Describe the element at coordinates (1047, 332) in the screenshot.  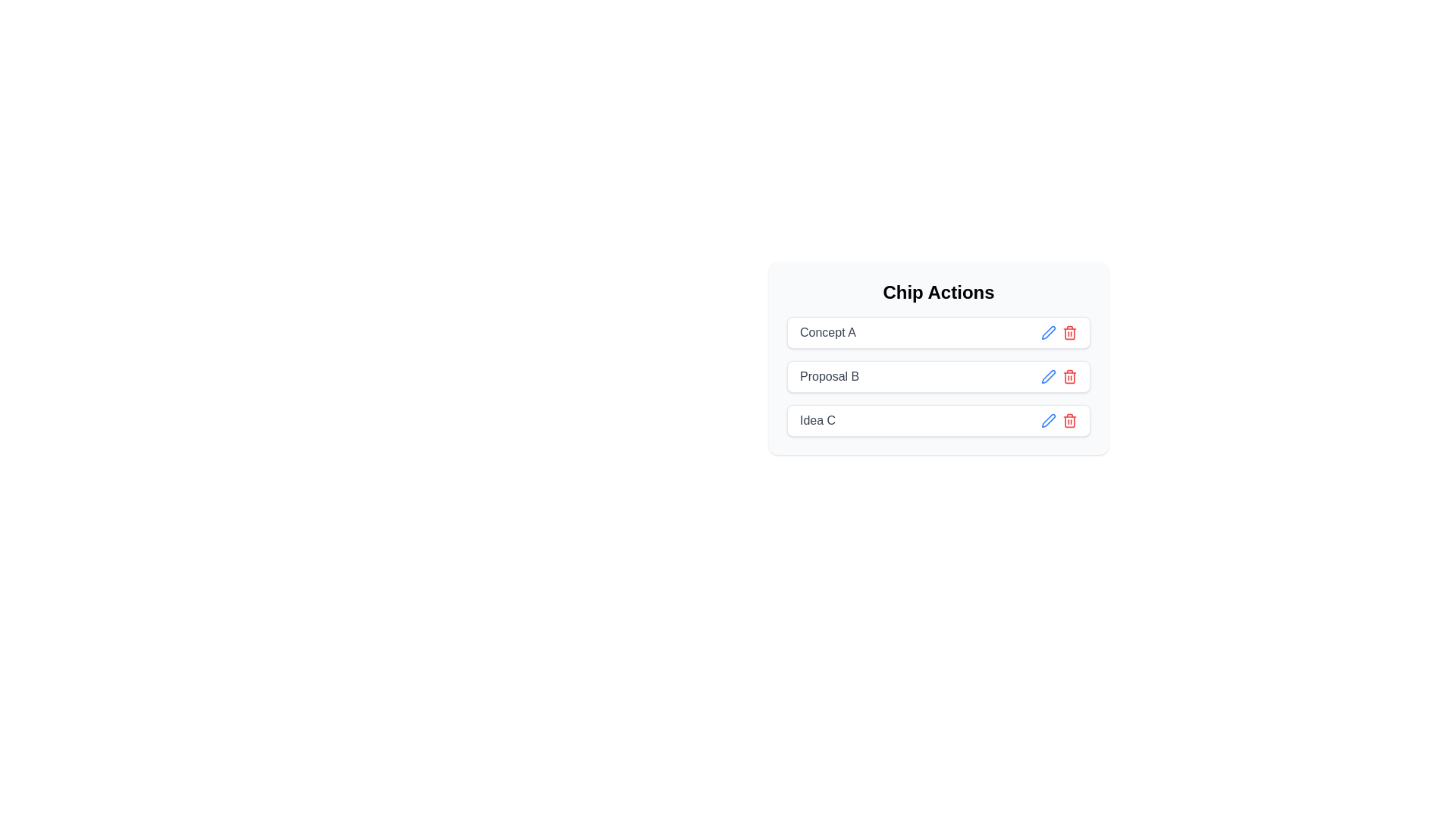
I see `the edit button next to the chip labeled Concept A` at that location.